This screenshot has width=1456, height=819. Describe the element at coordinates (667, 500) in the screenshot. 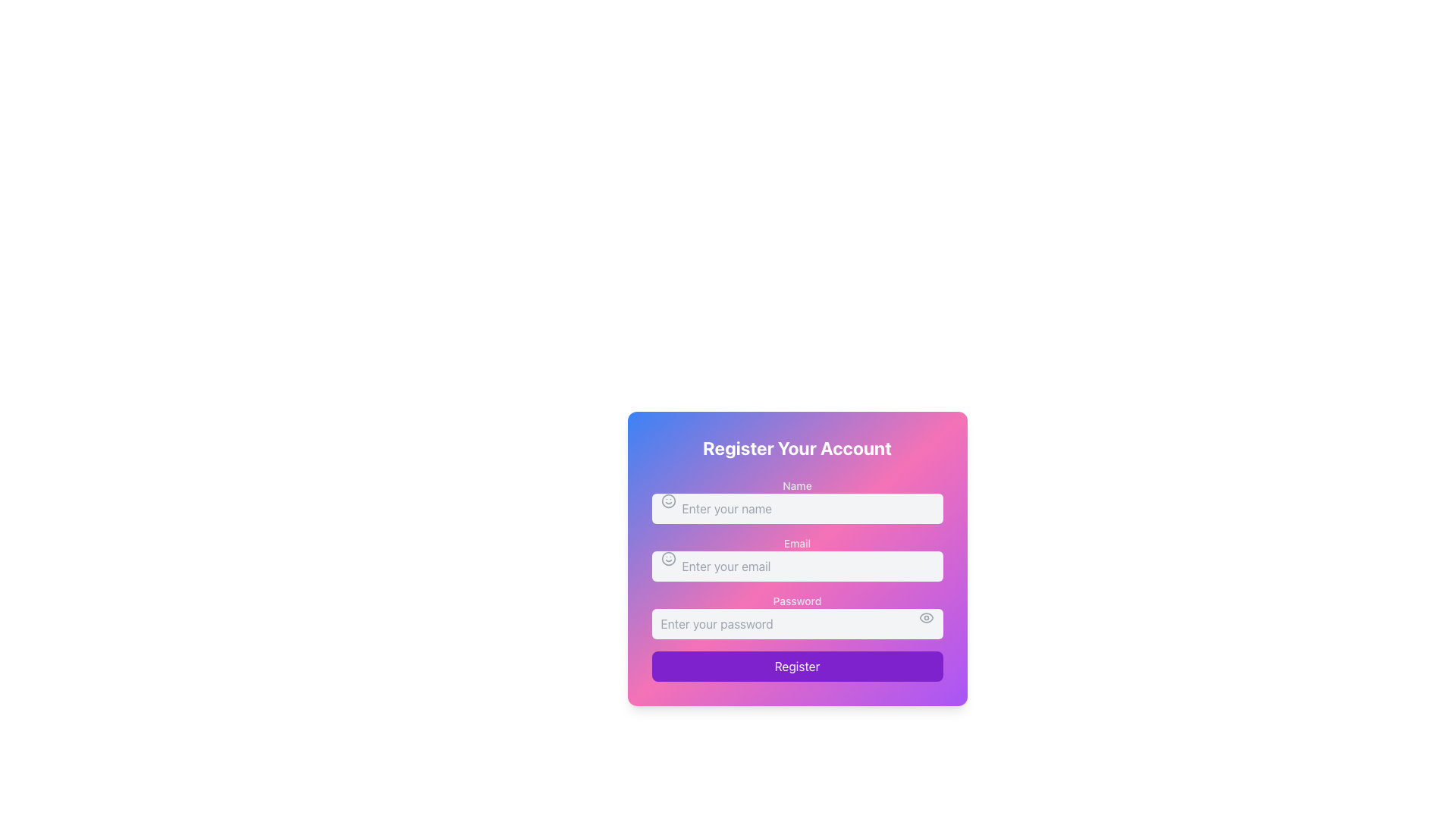

I see `the Decorative icon, a small circular smiling face icon located at the top-left corner inside the 'Name' input field, directly above the placeholder text 'Enter your name'` at that location.